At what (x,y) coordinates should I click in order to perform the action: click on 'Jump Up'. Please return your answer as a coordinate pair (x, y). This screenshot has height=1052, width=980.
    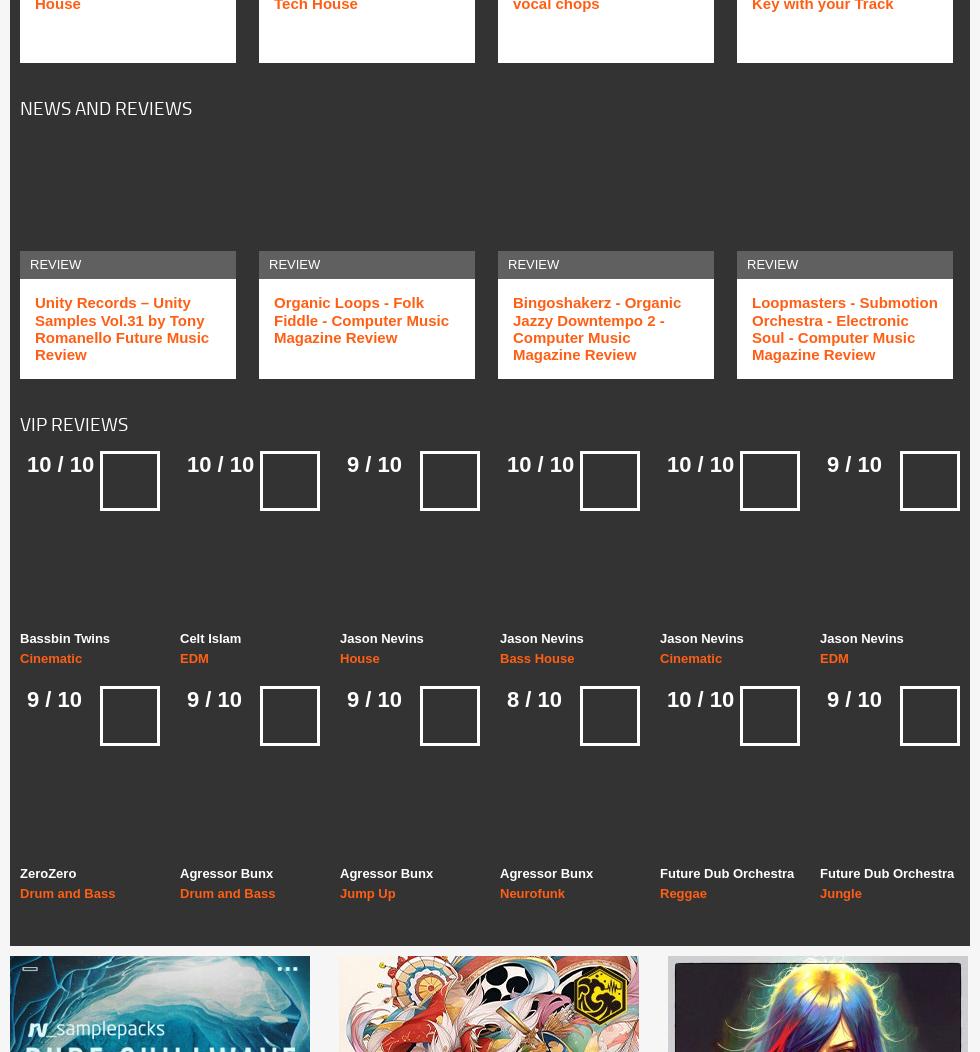
    Looking at the image, I should click on (367, 893).